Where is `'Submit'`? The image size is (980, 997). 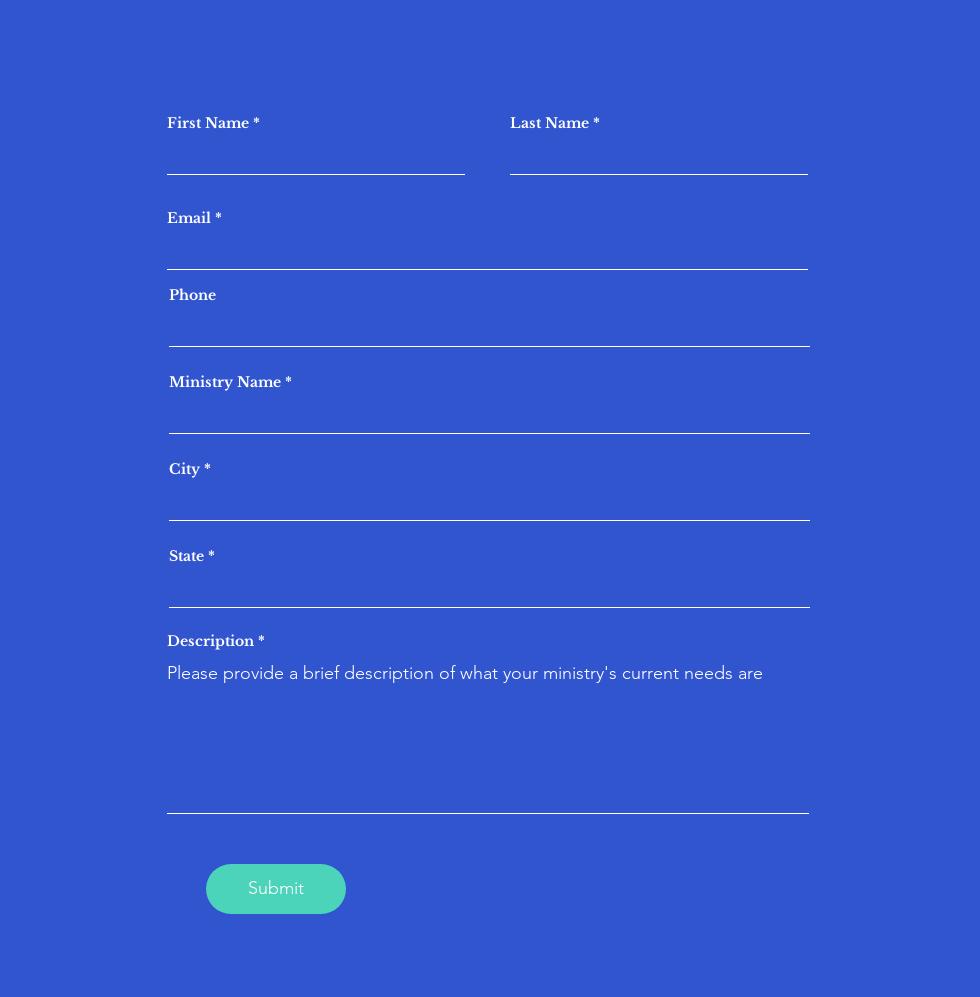
'Submit' is located at coordinates (275, 887).